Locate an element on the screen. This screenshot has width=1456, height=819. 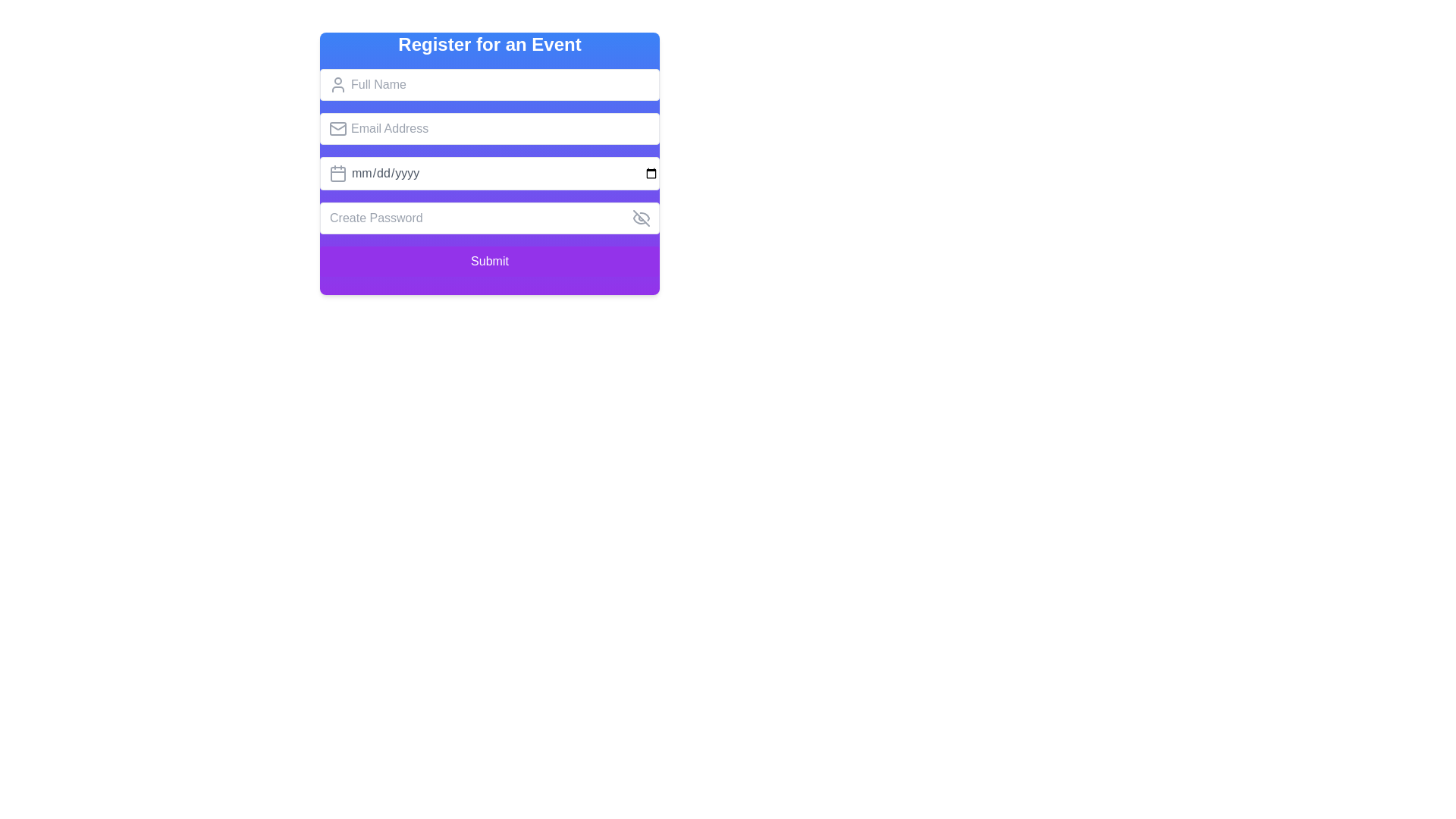
SVG rectangle that forms the main body of the calendar icon located to the left of the 'mm/dd/yyyy' input field is located at coordinates (337, 174).